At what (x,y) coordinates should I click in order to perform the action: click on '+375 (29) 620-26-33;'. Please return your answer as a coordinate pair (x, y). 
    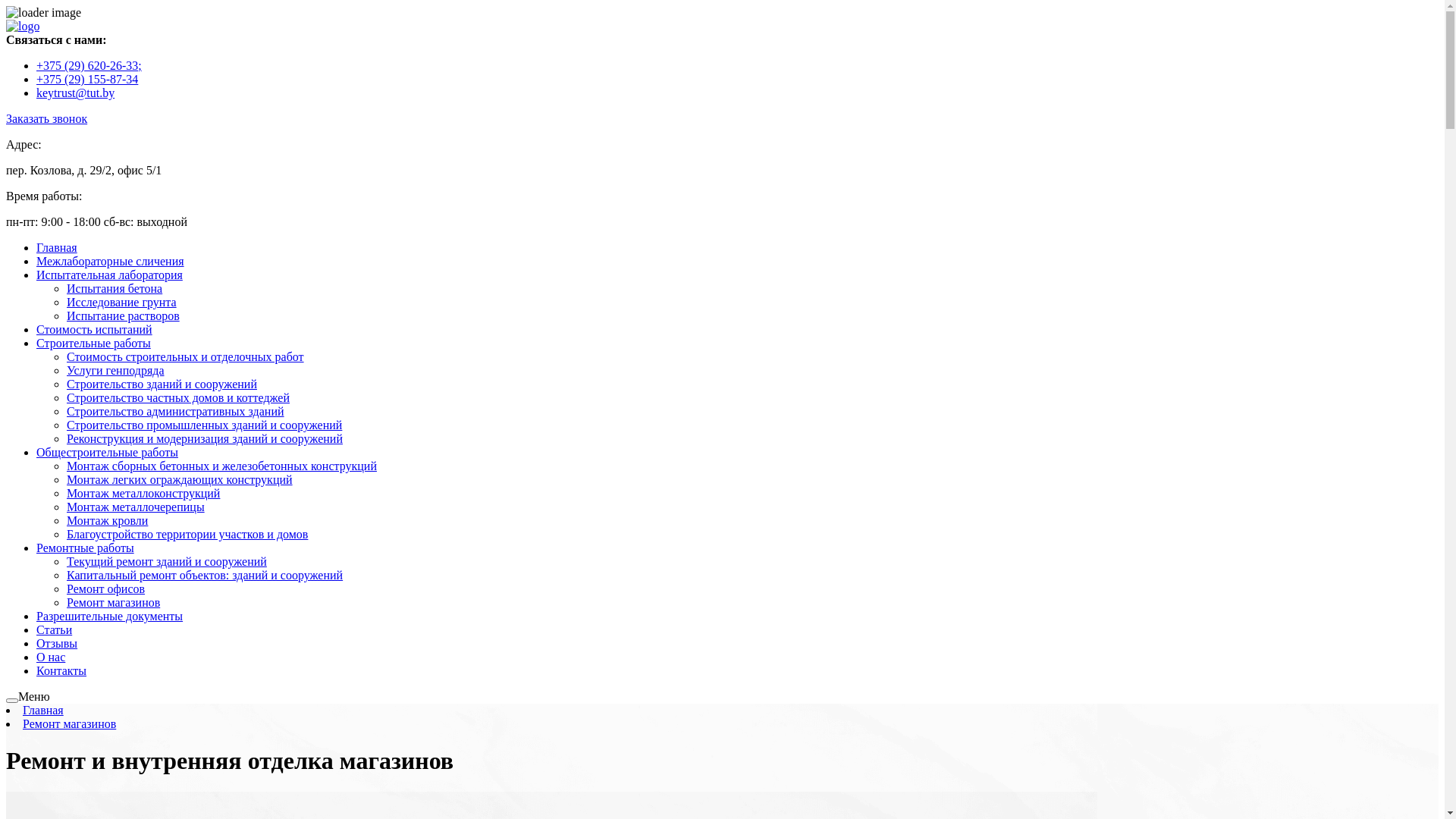
    Looking at the image, I should click on (36, 64).